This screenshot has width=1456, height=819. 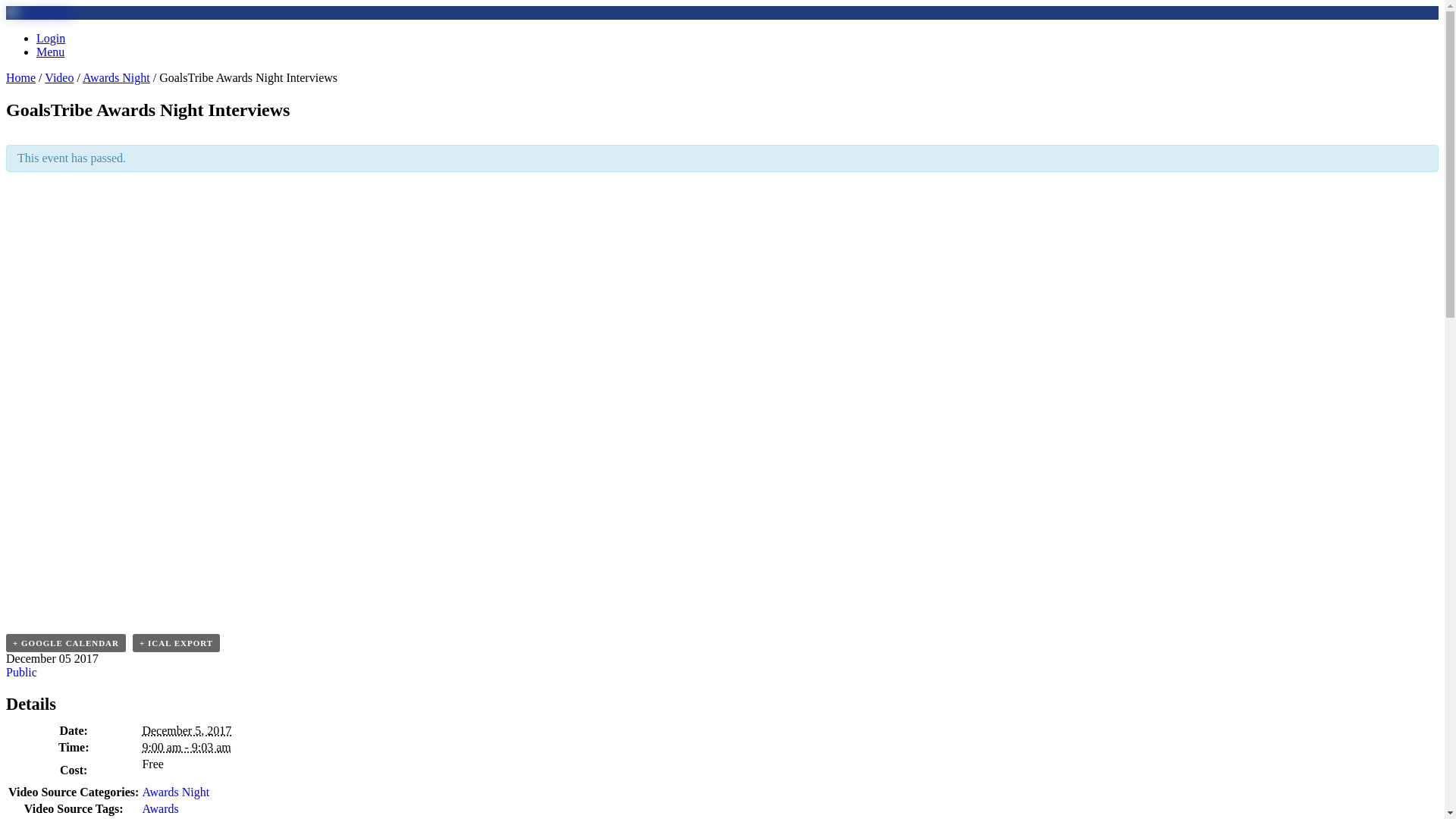 What do you see at coordinates (115, 77) in the screenshot?
I see `'Awards Night'` at bounding box center [115, 77].